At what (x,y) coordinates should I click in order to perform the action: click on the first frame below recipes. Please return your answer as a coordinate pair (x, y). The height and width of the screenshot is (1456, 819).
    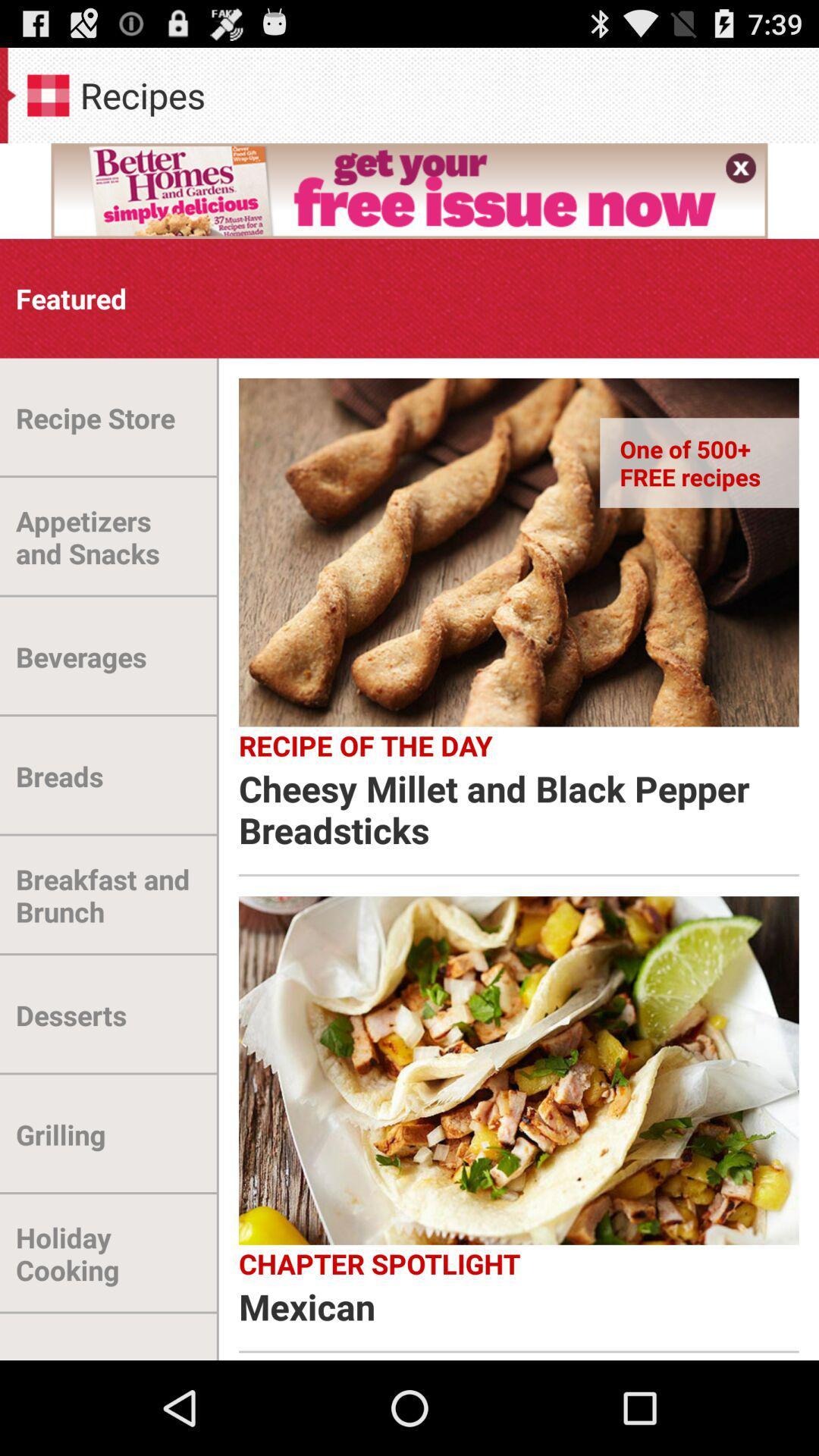
    Looking at the image, I should click on (409, 190).